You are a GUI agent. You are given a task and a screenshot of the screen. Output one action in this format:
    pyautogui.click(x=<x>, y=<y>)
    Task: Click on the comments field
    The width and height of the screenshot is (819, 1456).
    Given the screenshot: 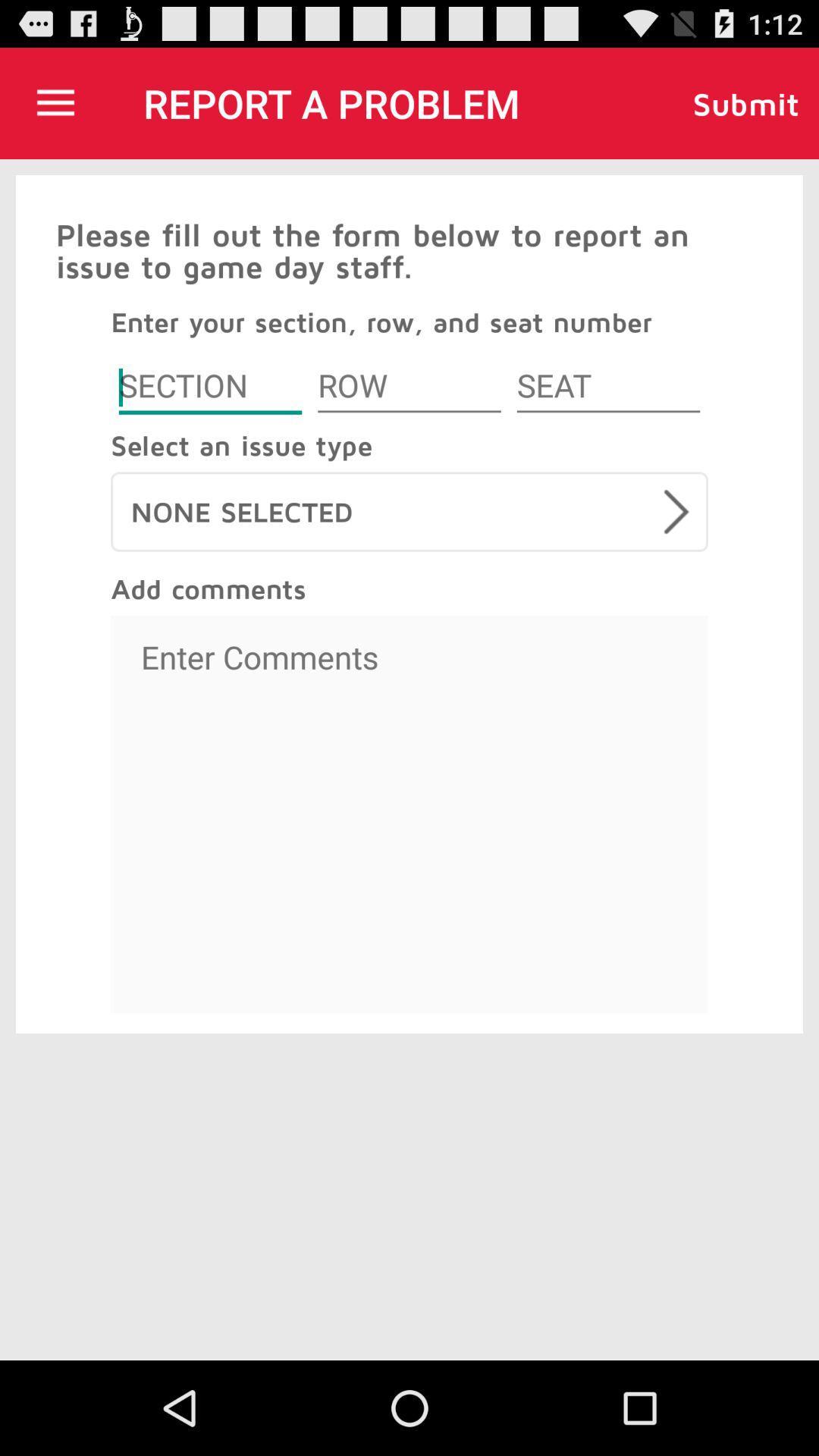 What is the action you would take?
    pyautogui.click(x=409, y=814)
    